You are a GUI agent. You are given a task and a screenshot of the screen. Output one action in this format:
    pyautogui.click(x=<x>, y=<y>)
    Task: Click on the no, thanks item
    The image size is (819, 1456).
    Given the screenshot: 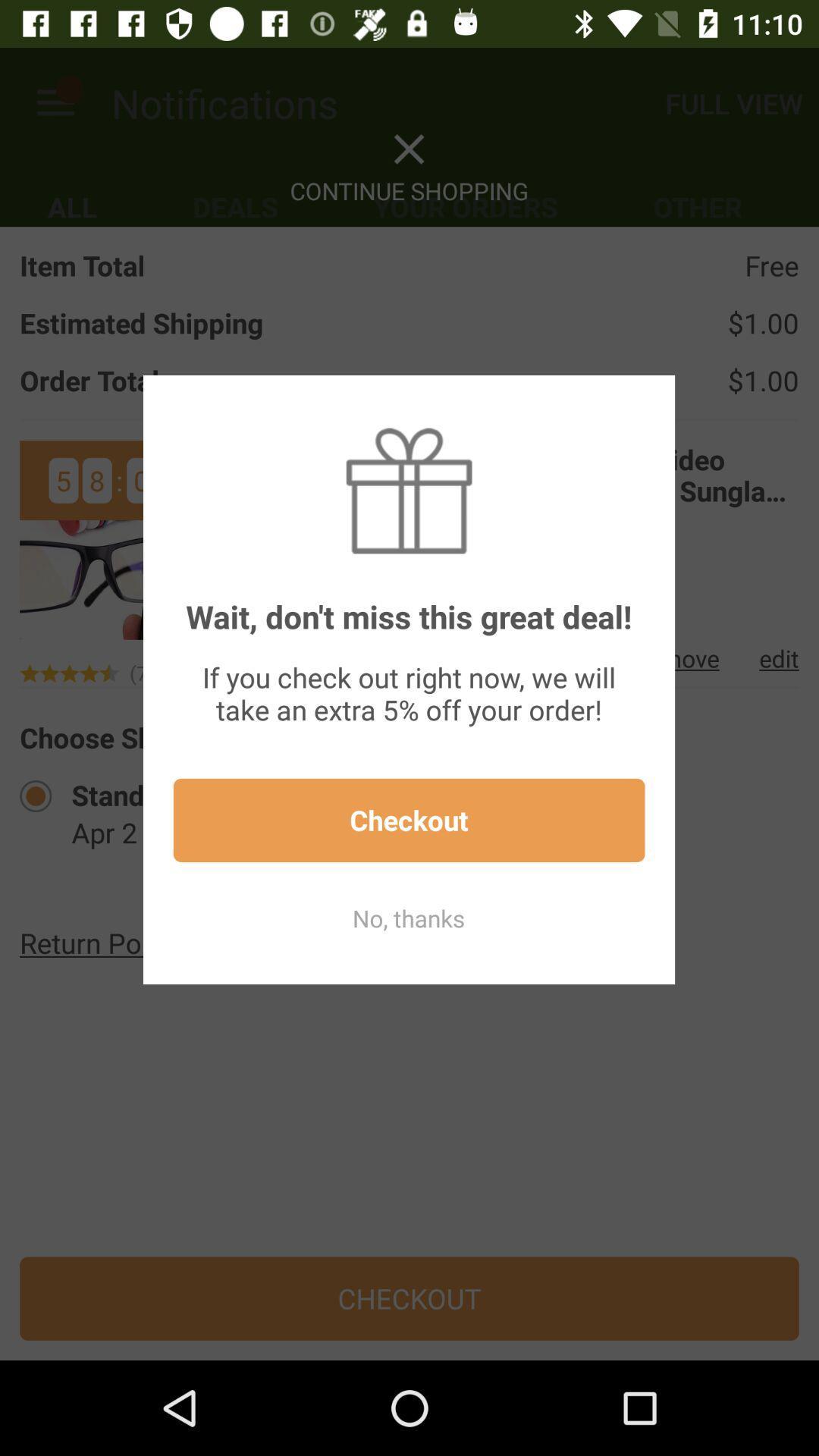 What is the action you would take?
    pyautogui.click(x=408, y=918)
    